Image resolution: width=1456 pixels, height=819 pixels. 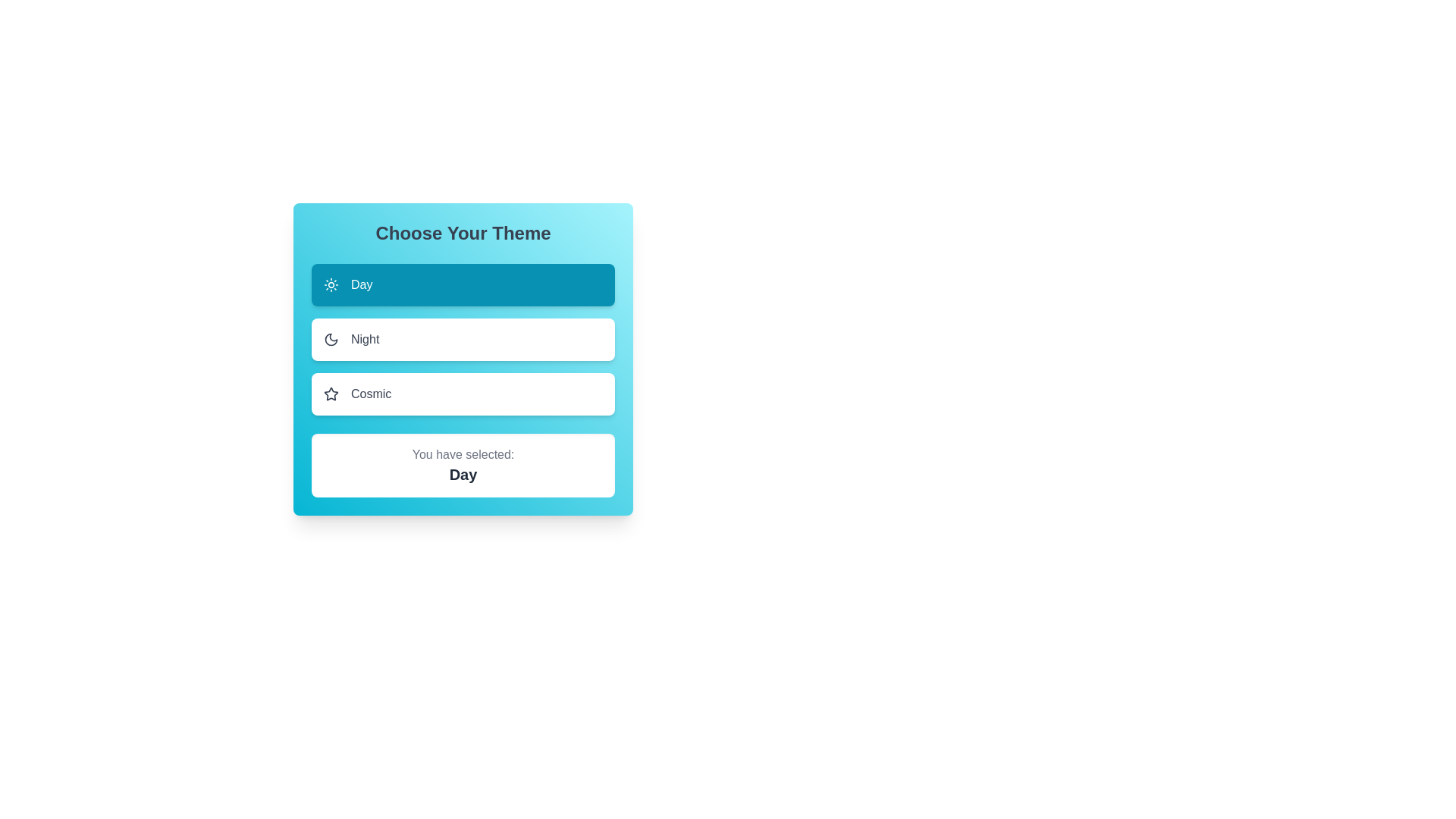 I want to click on the star icon with a hollow center and dark border, so click(x=330, y=393).